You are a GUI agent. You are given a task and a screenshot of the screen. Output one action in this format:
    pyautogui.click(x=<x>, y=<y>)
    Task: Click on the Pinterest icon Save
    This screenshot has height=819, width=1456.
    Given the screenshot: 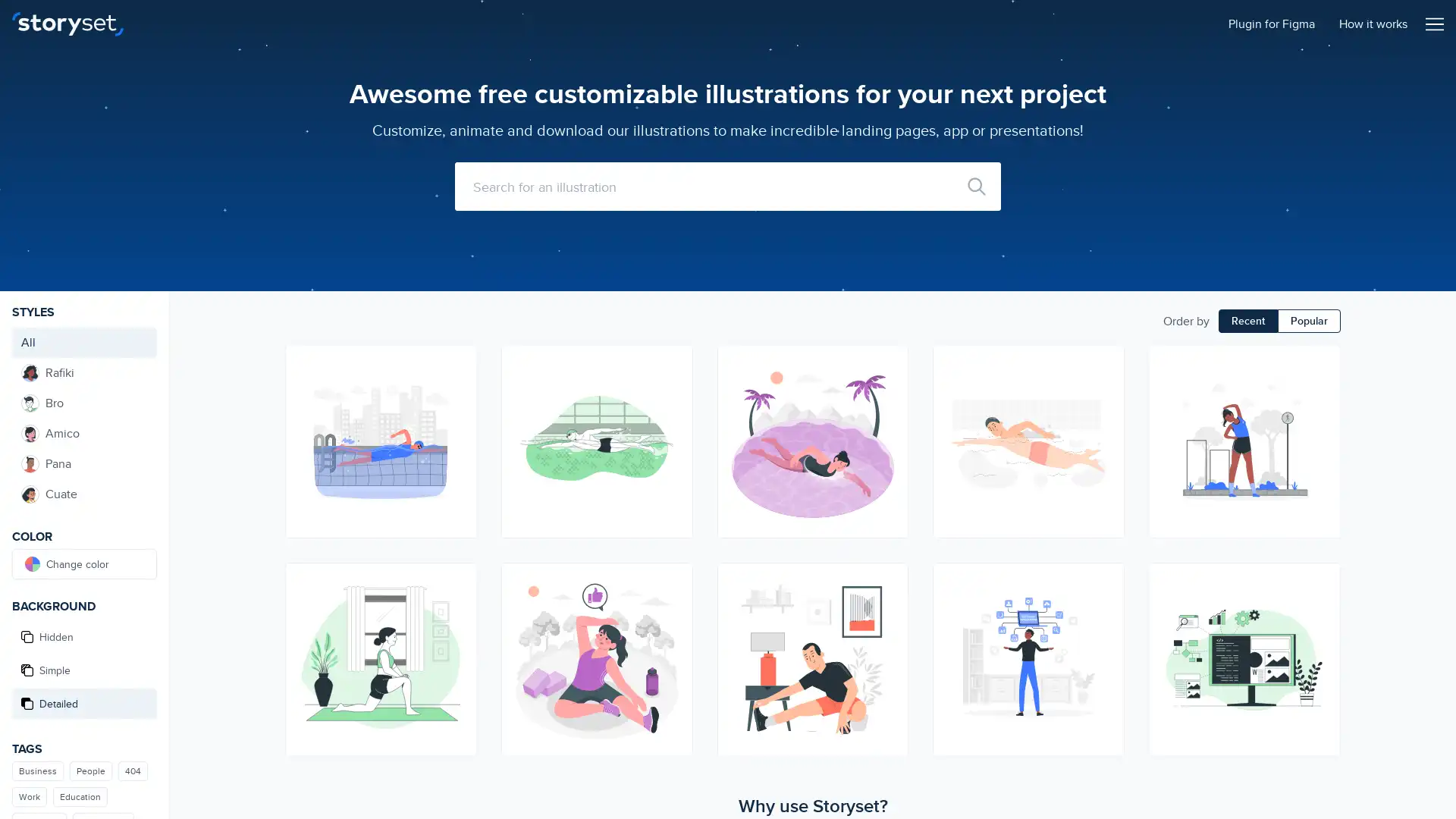 What is the action you would take?
    pyautogui.click(x=673, y=635)
    